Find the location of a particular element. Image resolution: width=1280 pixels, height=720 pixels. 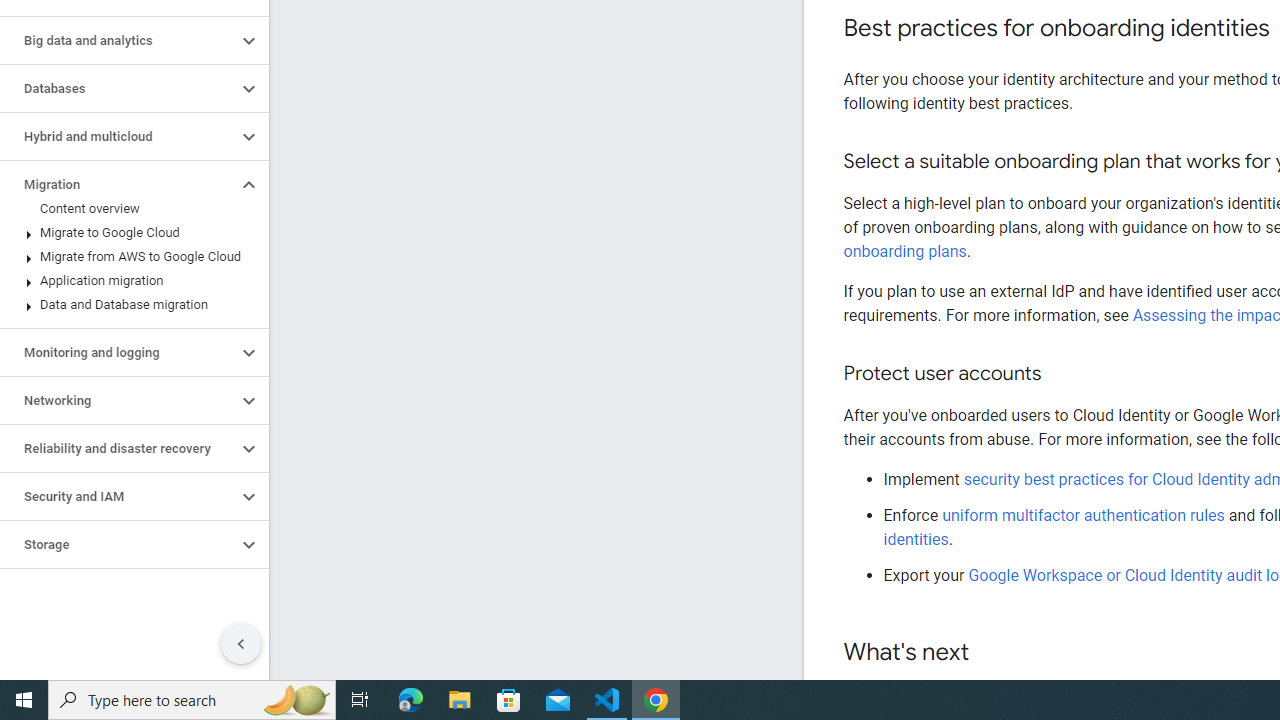

'Reliability and disaster recovery' is located at coordinates (117, 447).